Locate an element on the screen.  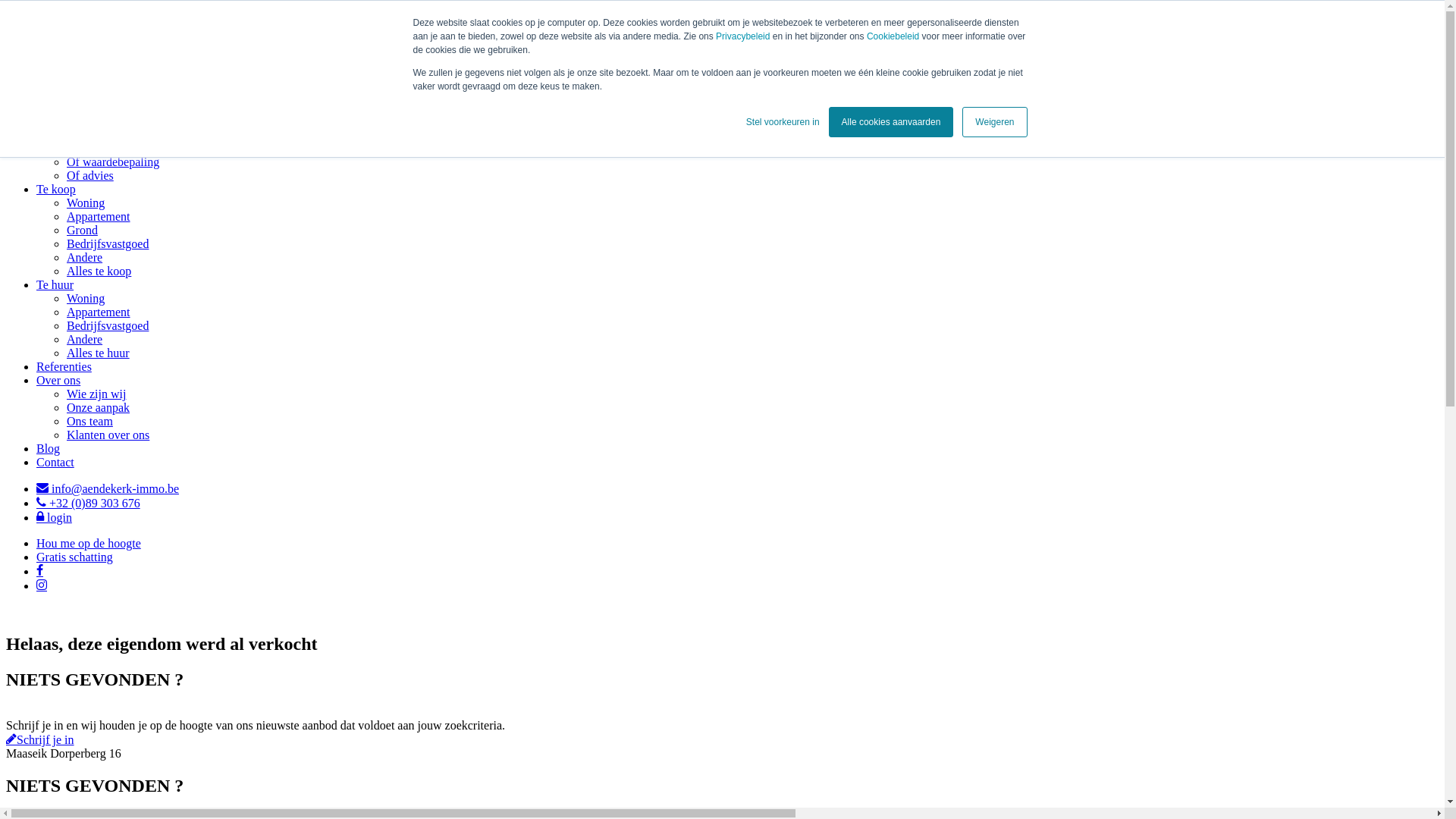
'Grond' is located at coordinates (81, 230).